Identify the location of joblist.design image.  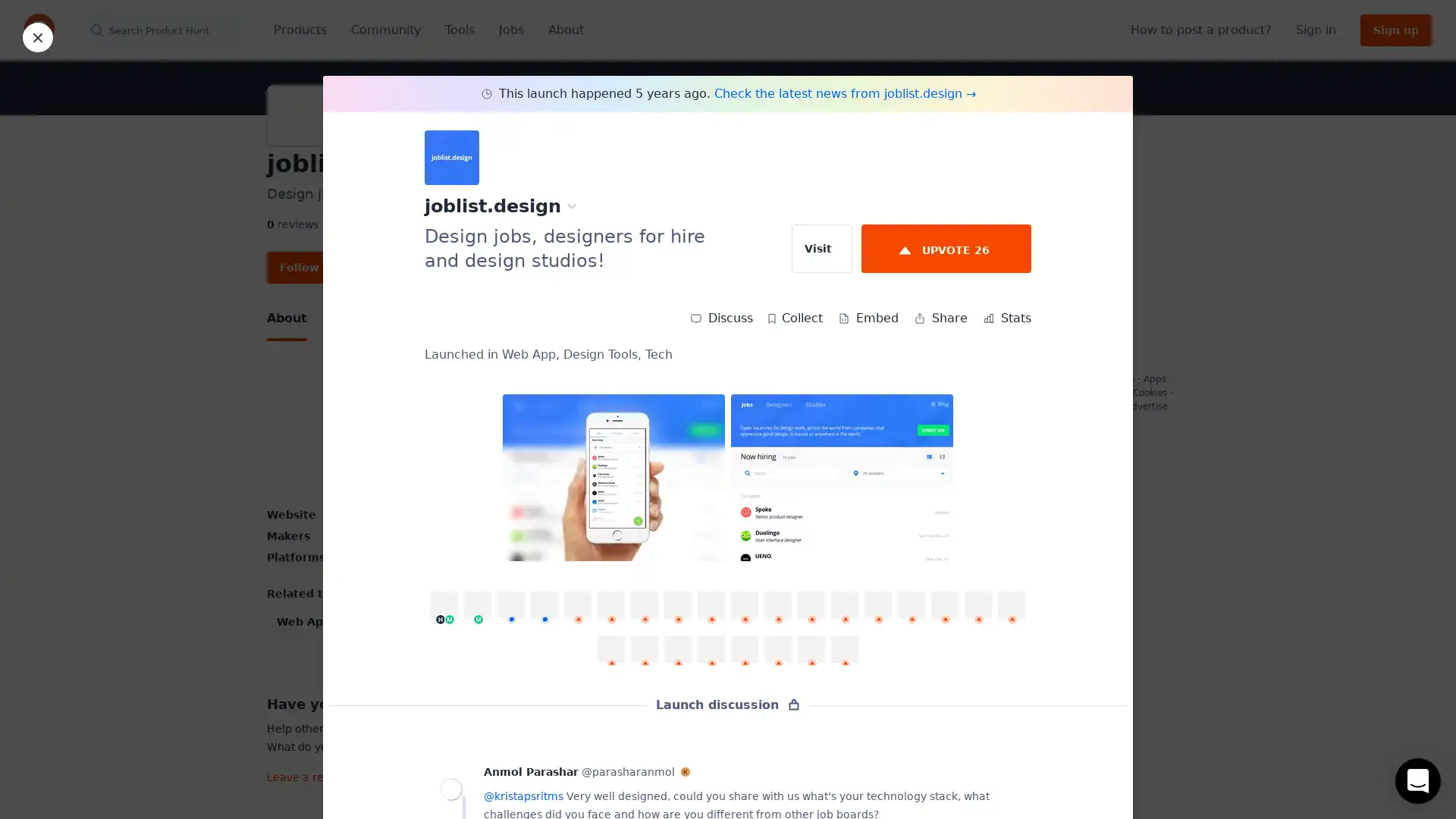
(466, 432).